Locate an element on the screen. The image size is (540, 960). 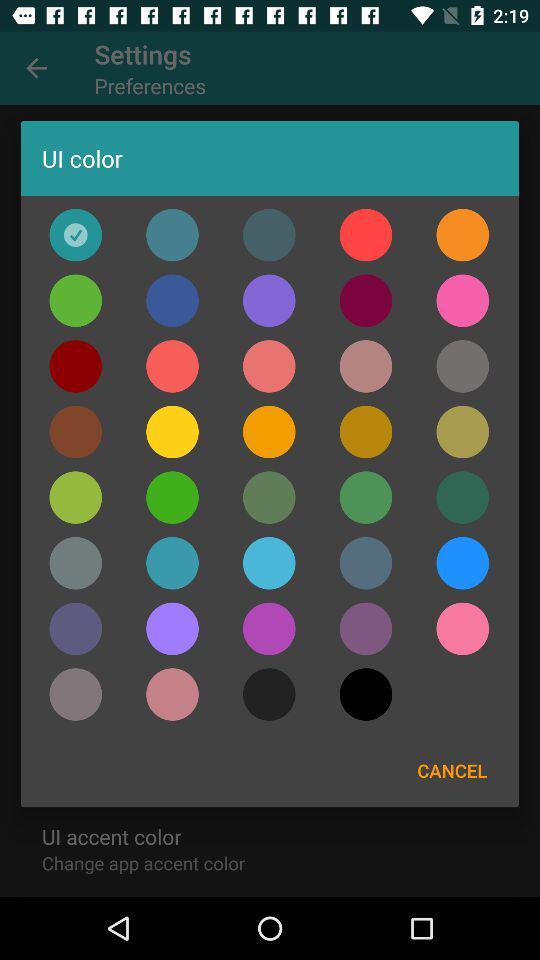
yellow colour fot the settings is located at coordinates (269, 432).